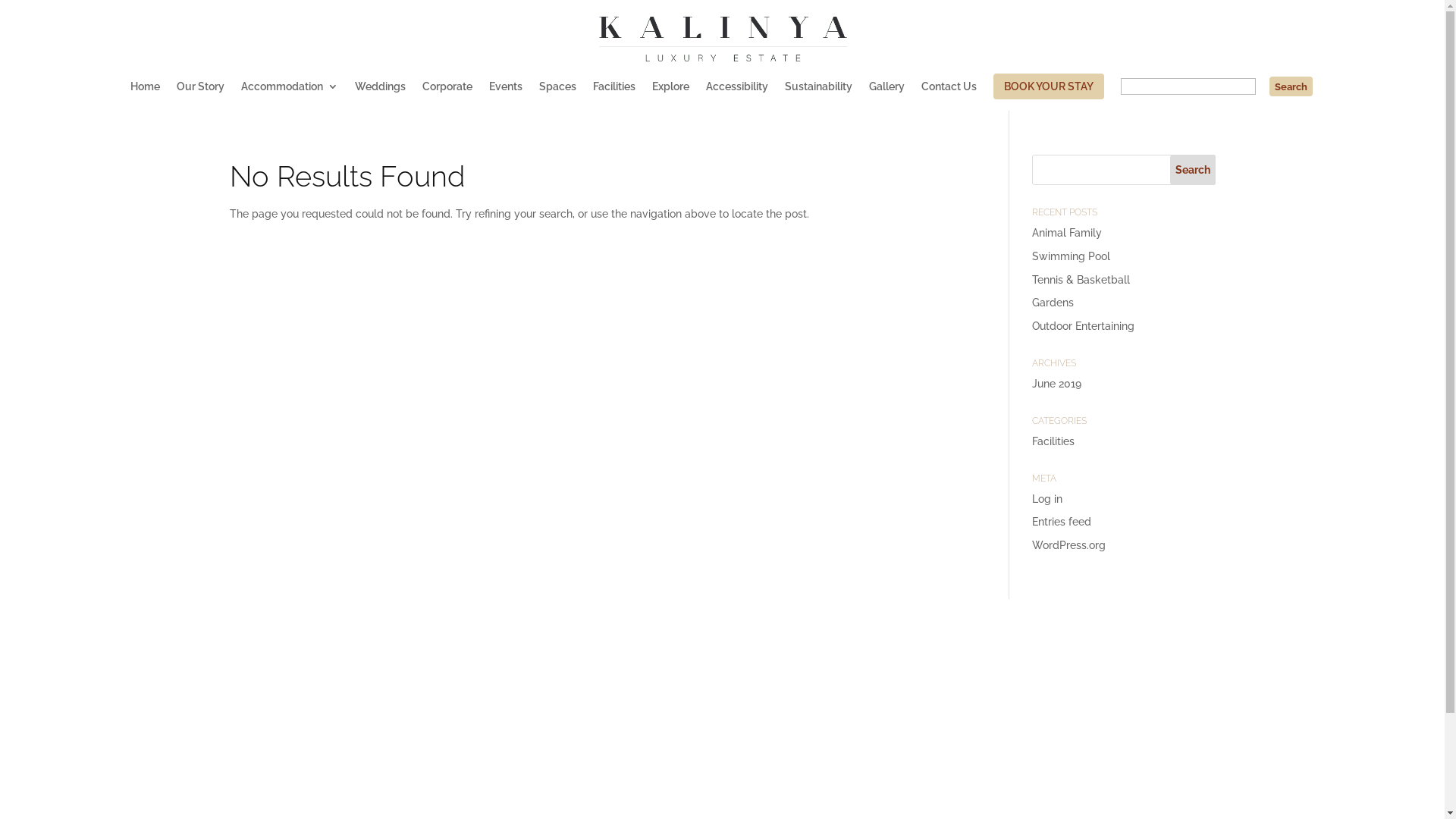  Describe the element at coordinates (886, 93) in the screenshot. I see `'Gallery'` at that location.